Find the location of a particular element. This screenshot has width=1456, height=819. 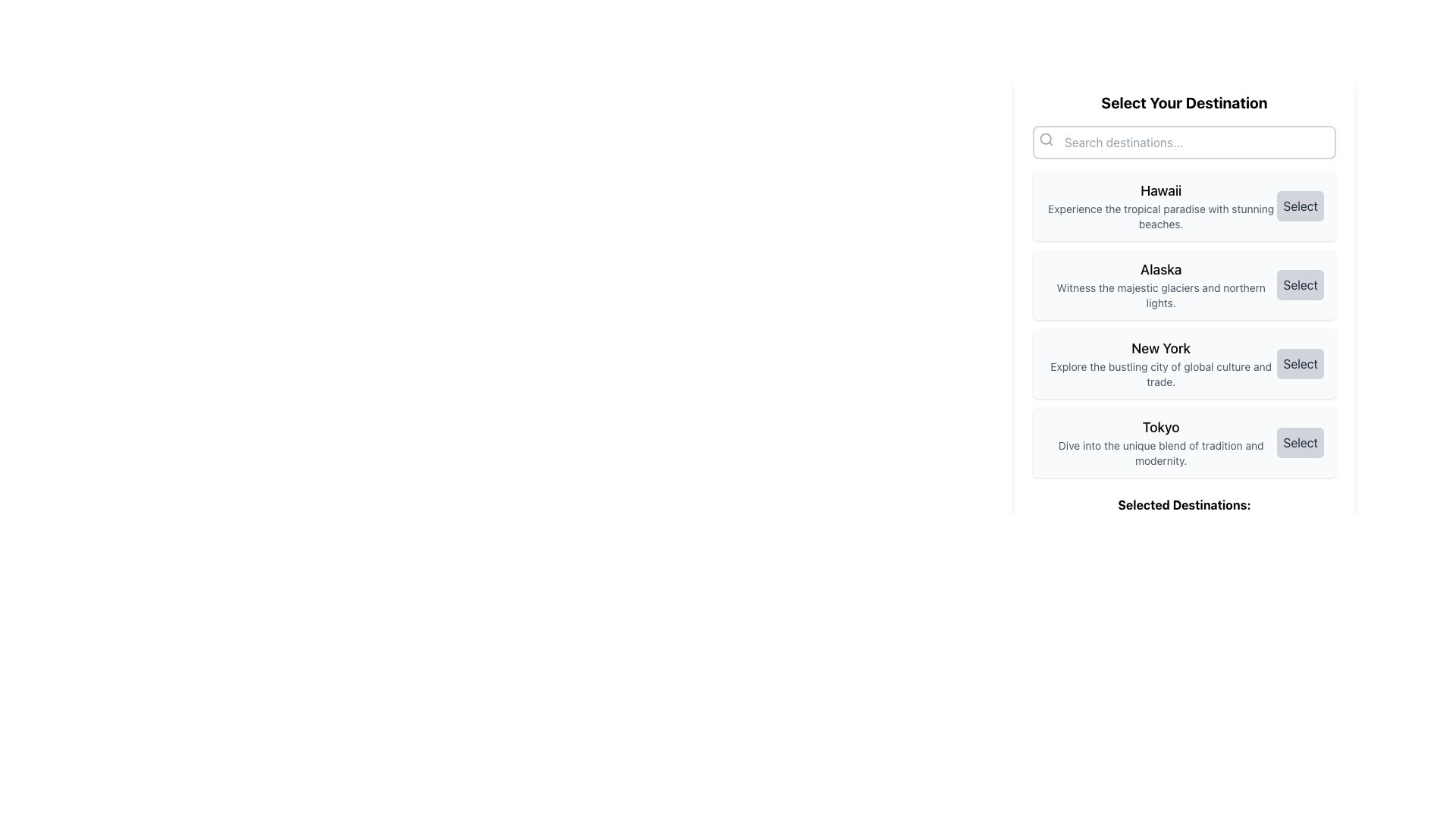

the title text label for 'Hawaii', which is the first textual component in its card layout, to emphasize its importance and reveal associated options is located at coordinates (1160, 190).